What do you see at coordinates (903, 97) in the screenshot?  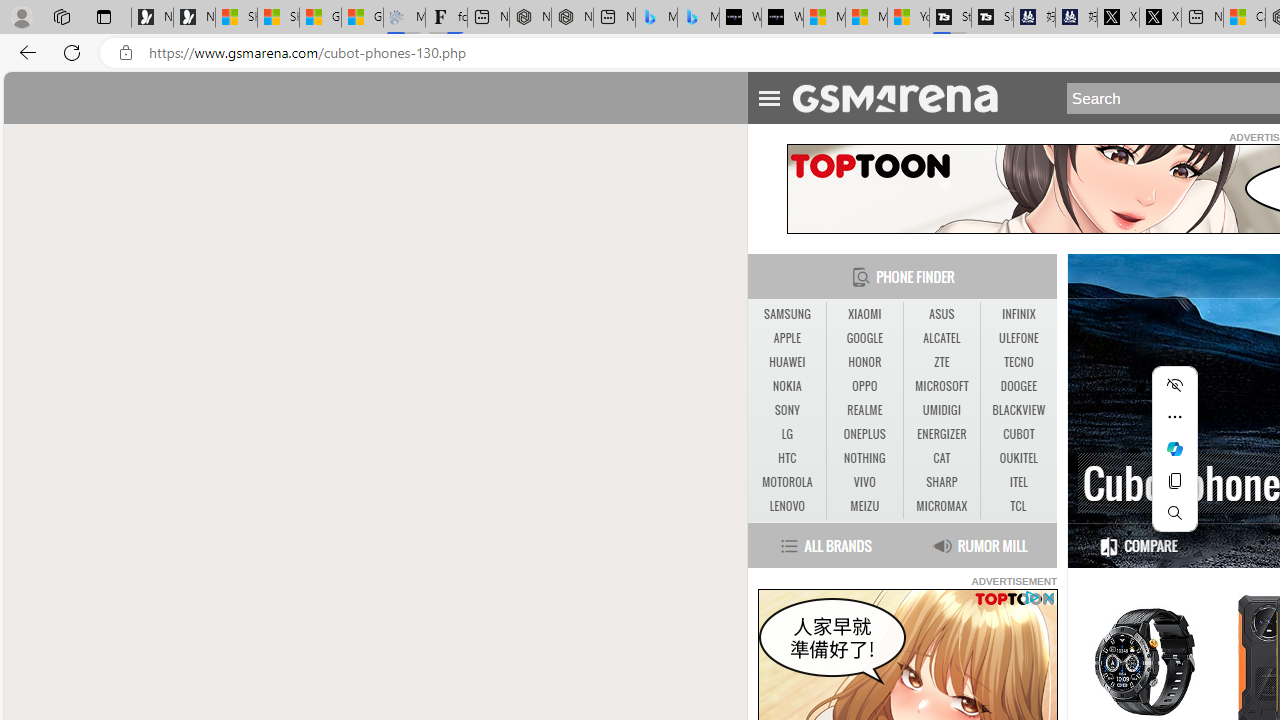 I see `'AutomationID: anchor'` at bounding box center [903, 97].